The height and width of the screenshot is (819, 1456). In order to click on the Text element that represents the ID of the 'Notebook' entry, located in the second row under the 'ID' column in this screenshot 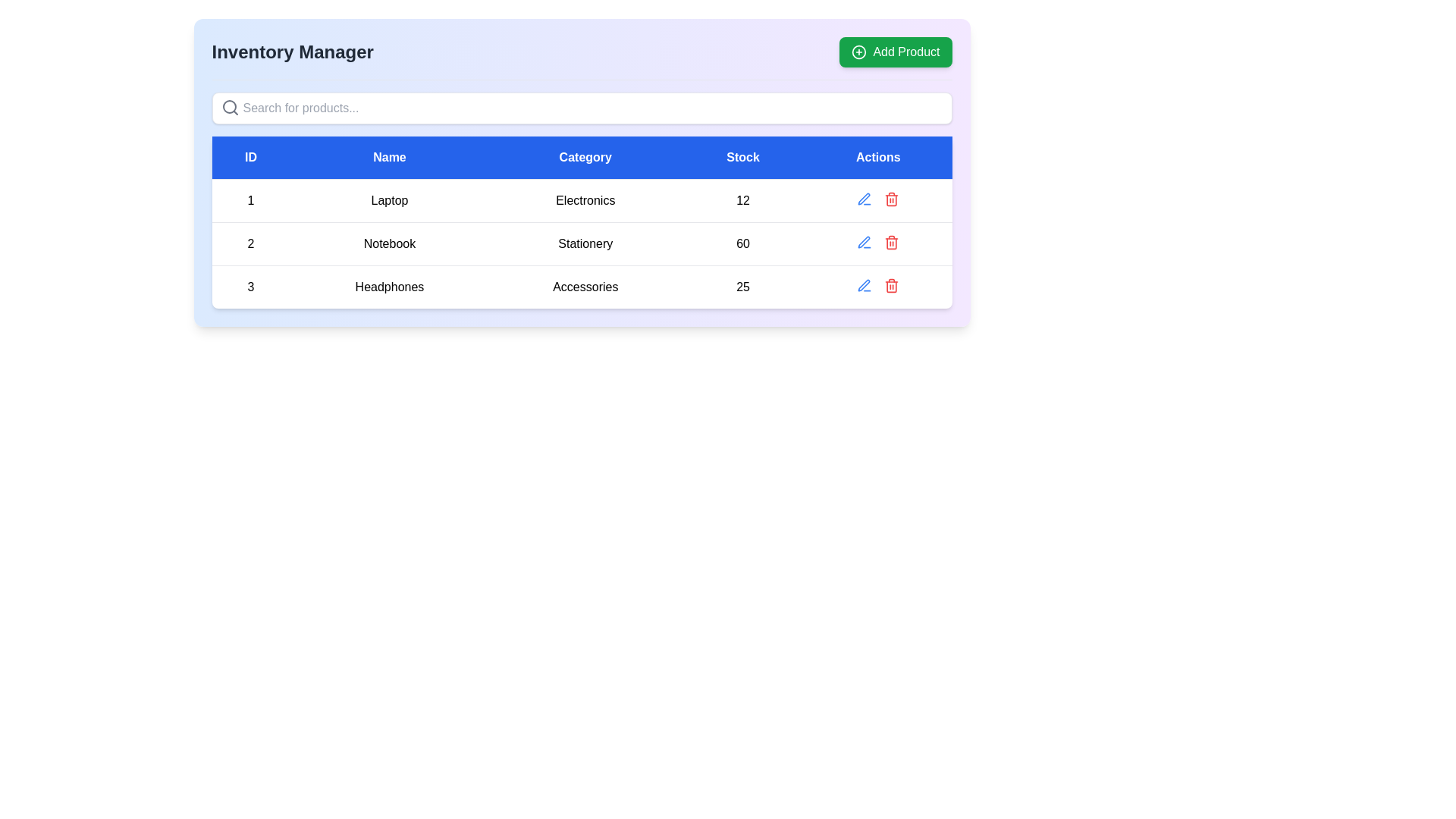, I will do `click(251, 243)`.